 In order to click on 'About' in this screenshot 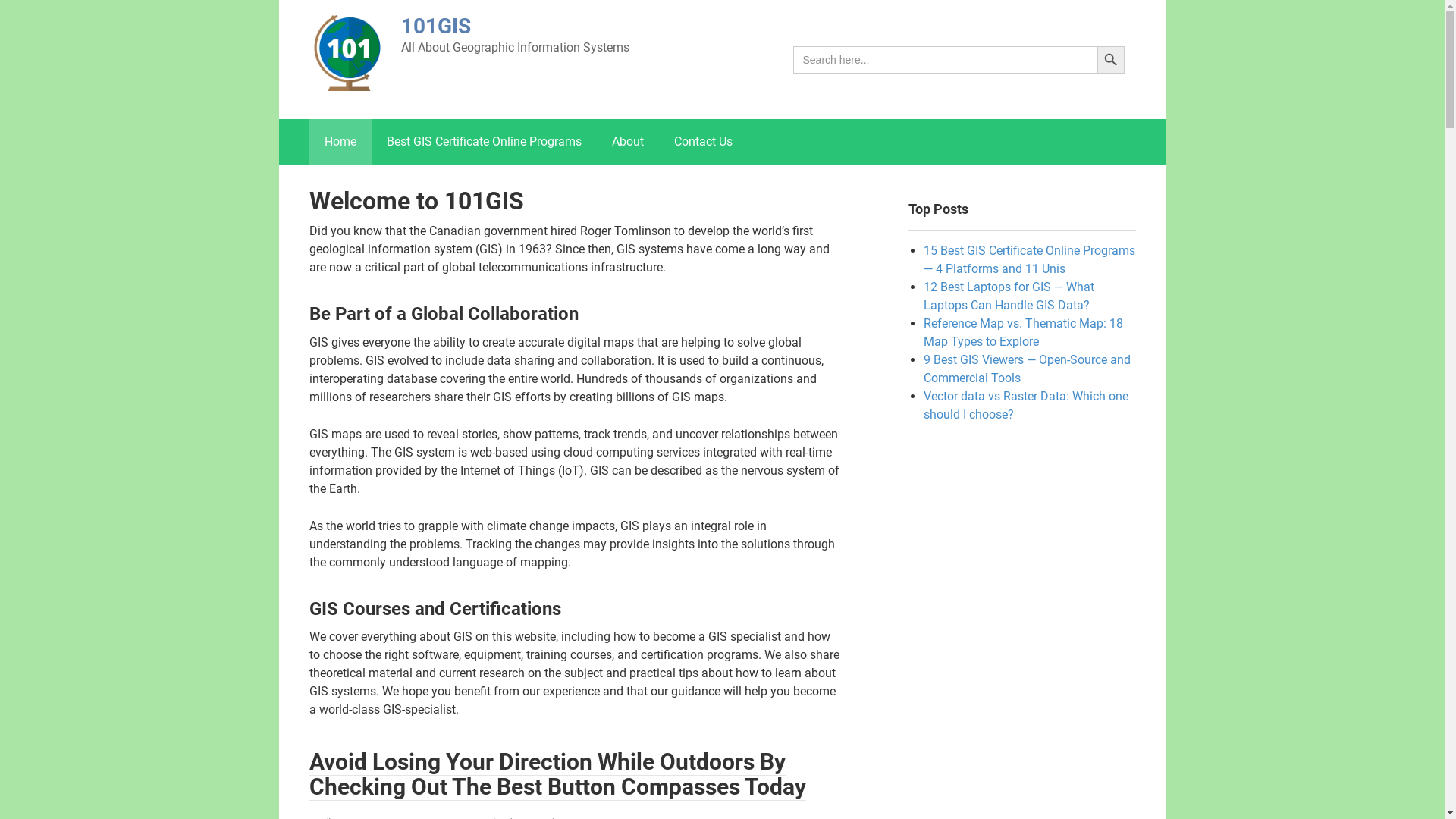, I will do `click(626, 141)`.